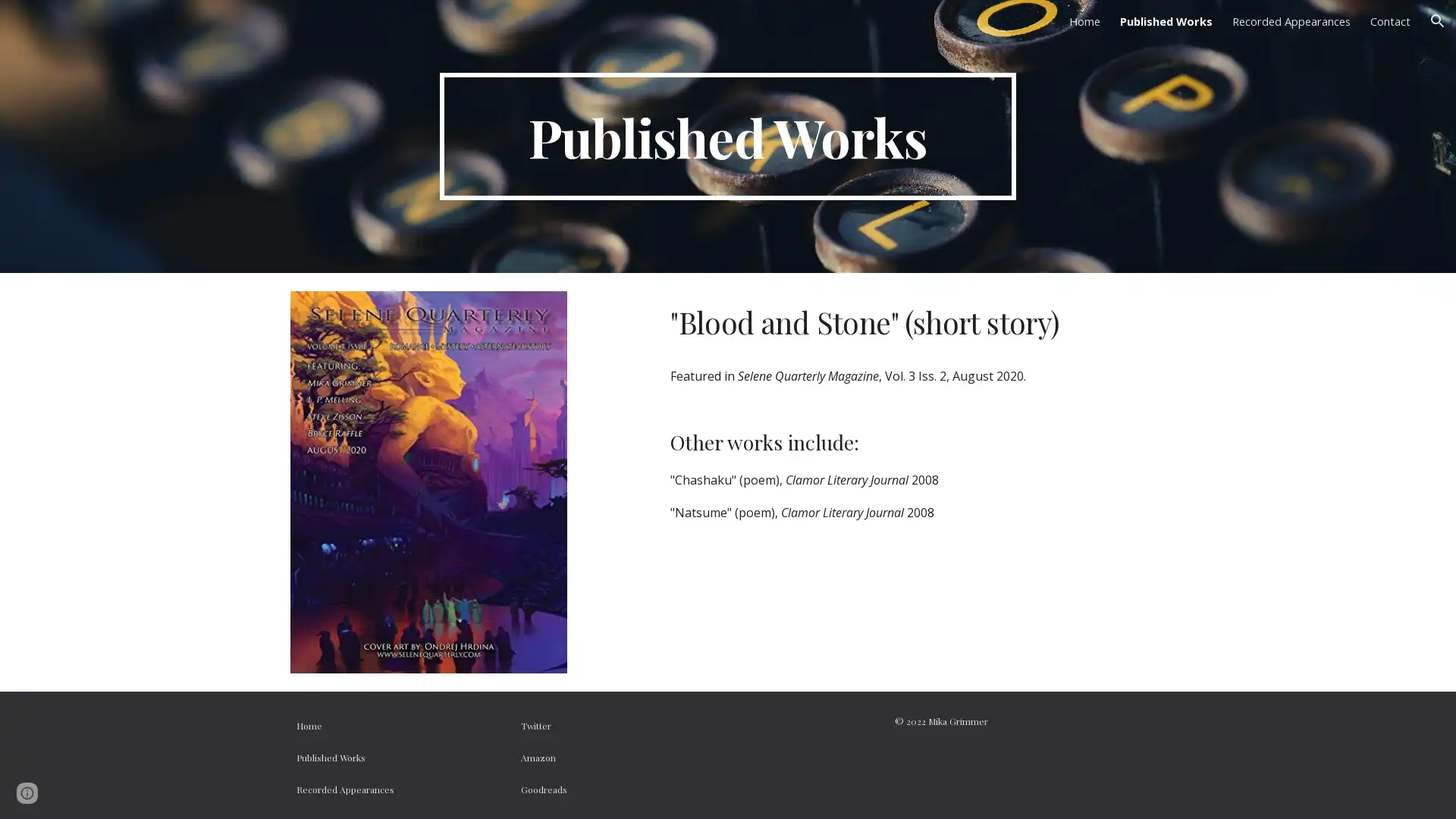 This screenshot has height=819, width=1456. Describe the element at coordinates (27, 792) in the screenshot. I see `Site actions` at that location.